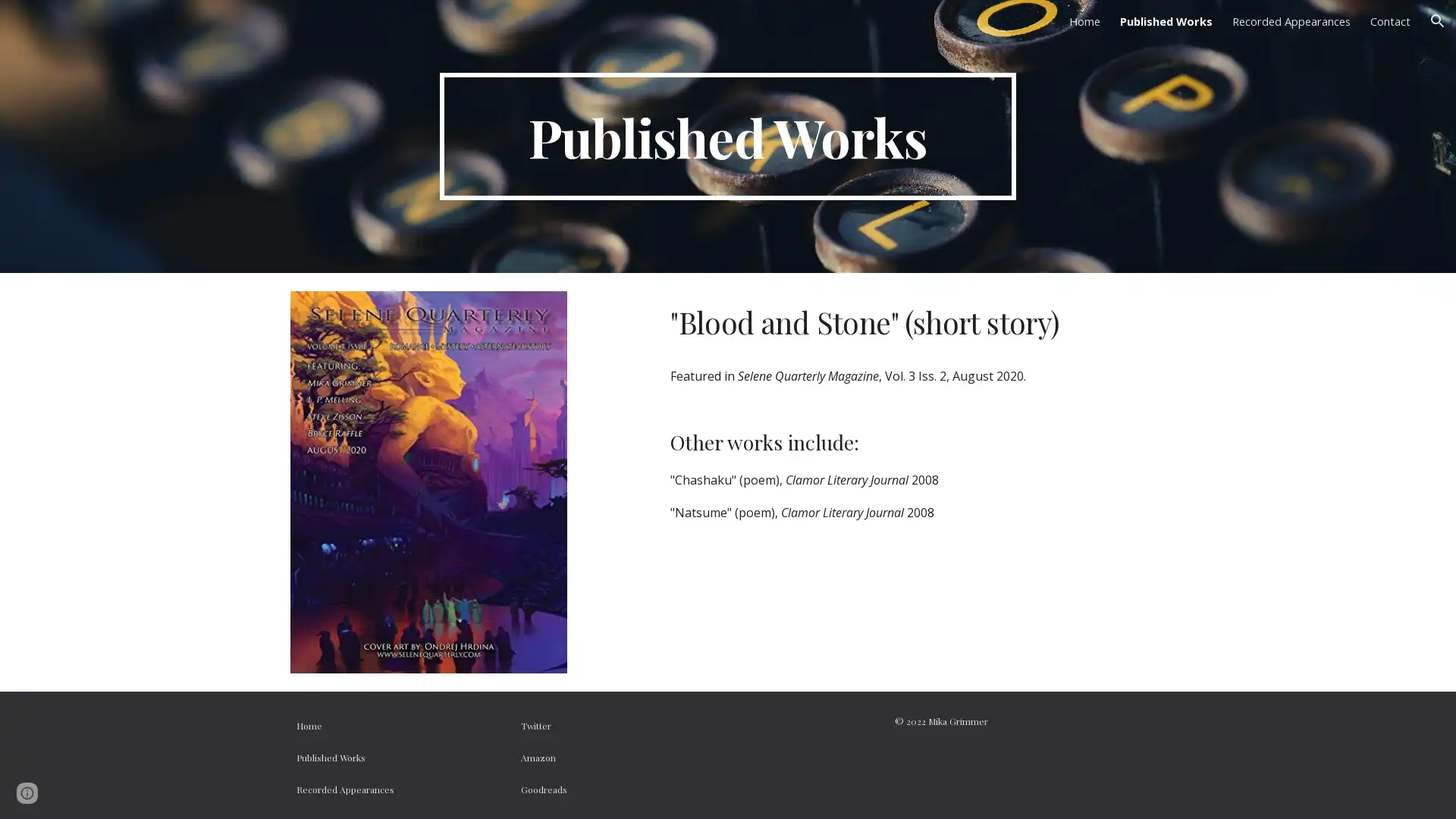 This screenshot has height=819, width=1456. Describe the element at coordinates (27, 792) in the screenshot. I see `Site actions` at that location.